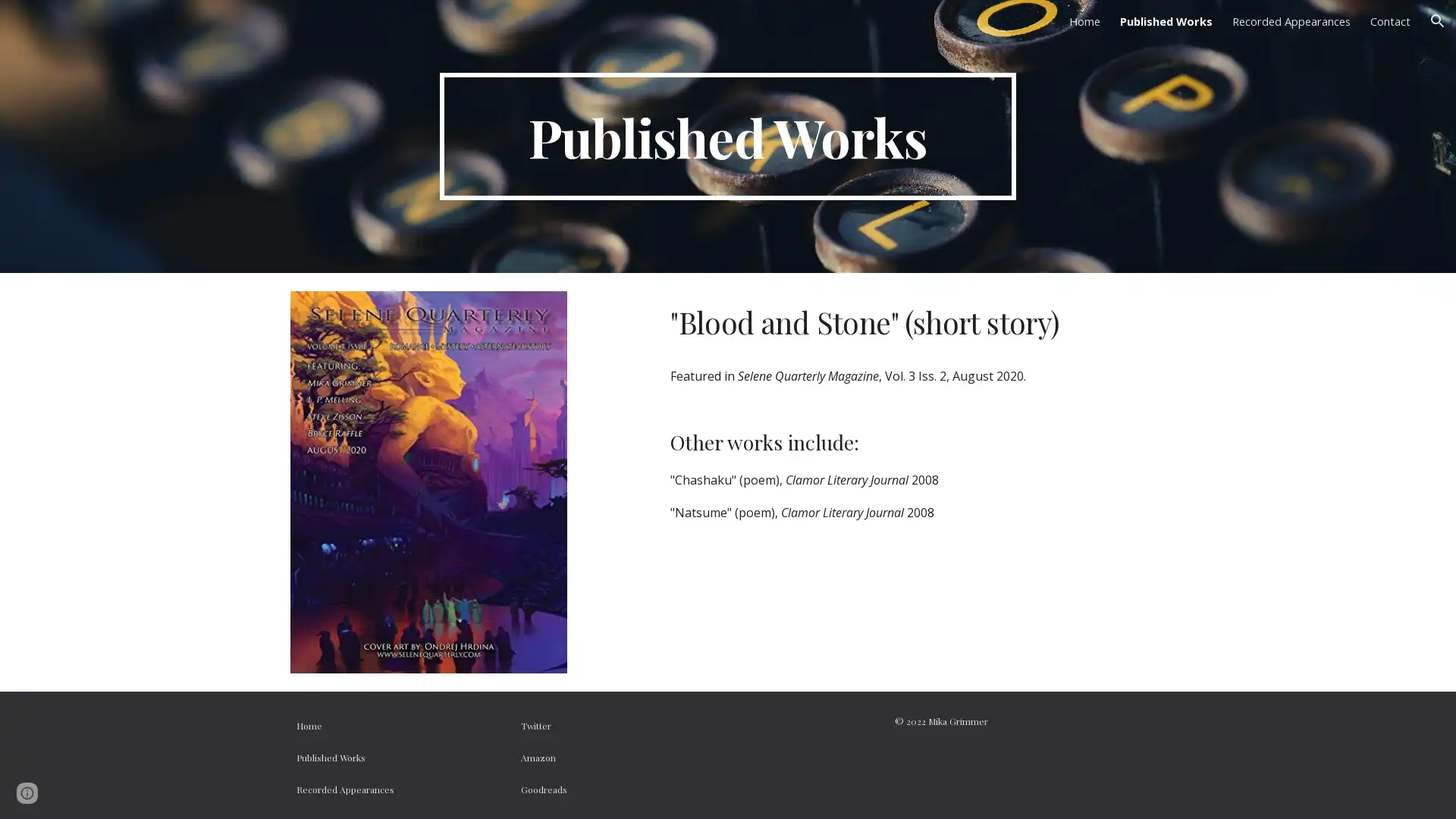 This screenshot has height=819, width=1456. Describe the element at coordinates (27, 792) in the screenshot. I see `Site actions` at that location.